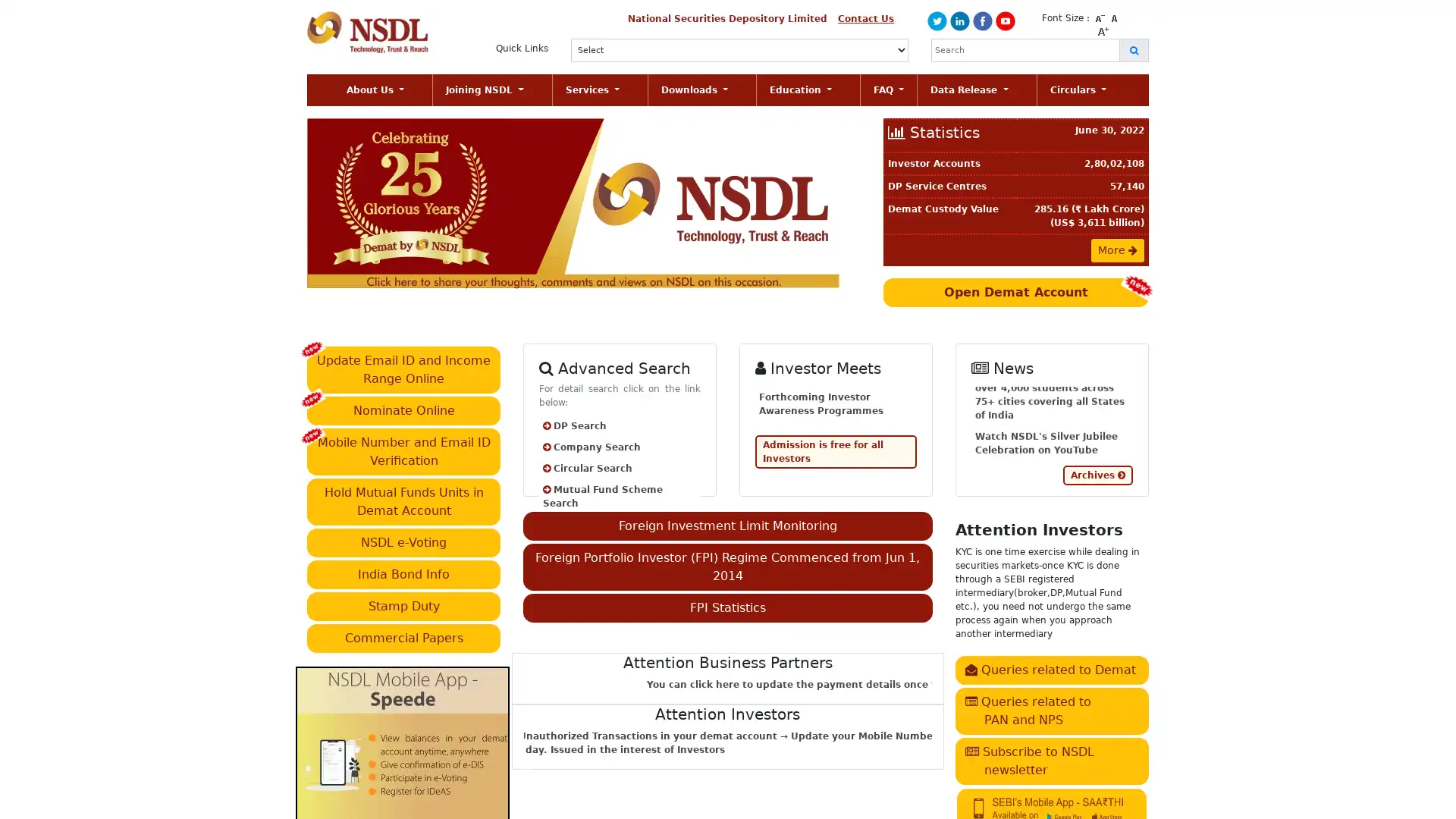  I want to click on Hold Mutual Funds Units in Demat Account, so click(403, 500).